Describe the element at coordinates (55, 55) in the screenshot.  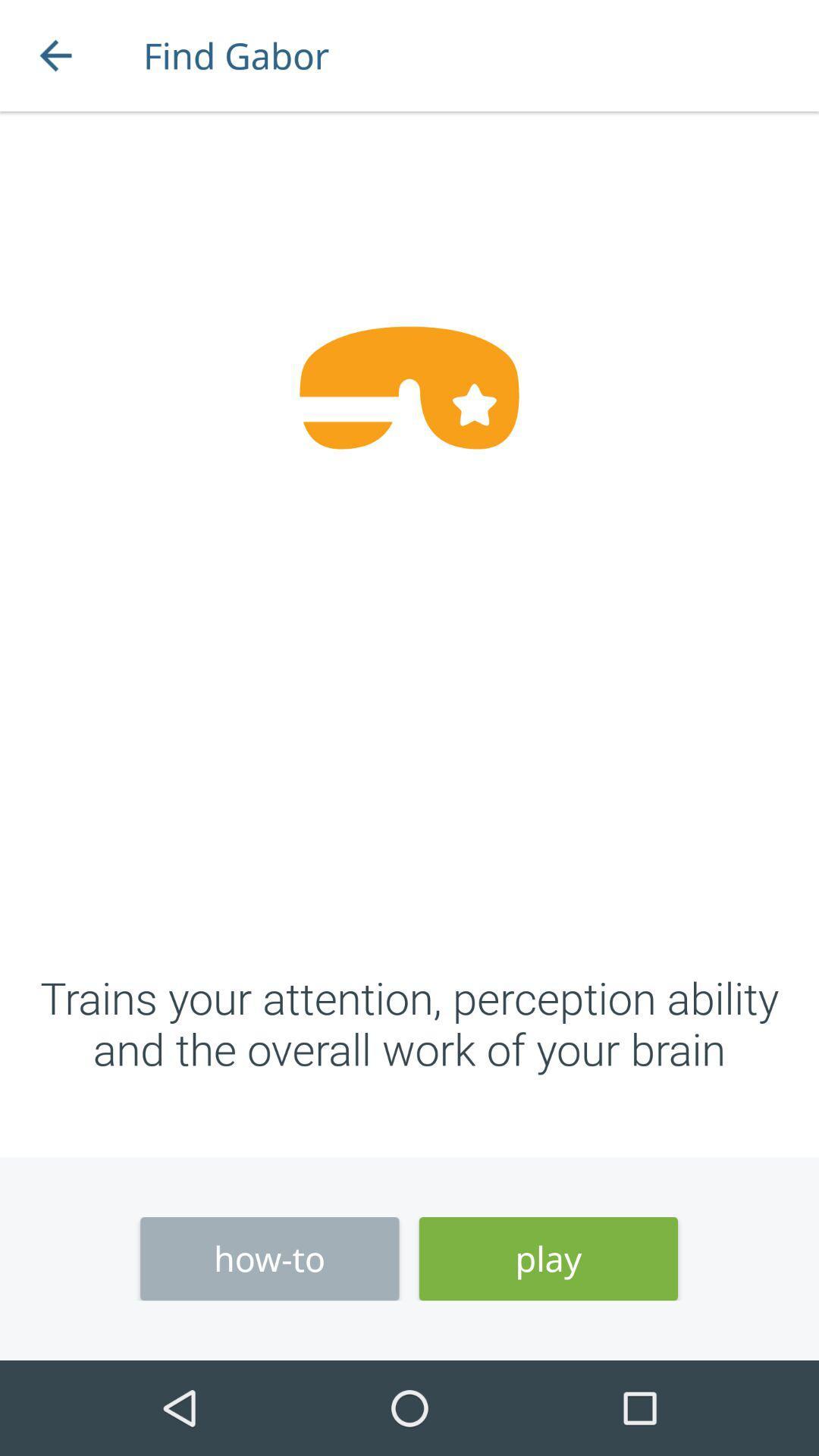
I see `item next to the find gabor` at that location.